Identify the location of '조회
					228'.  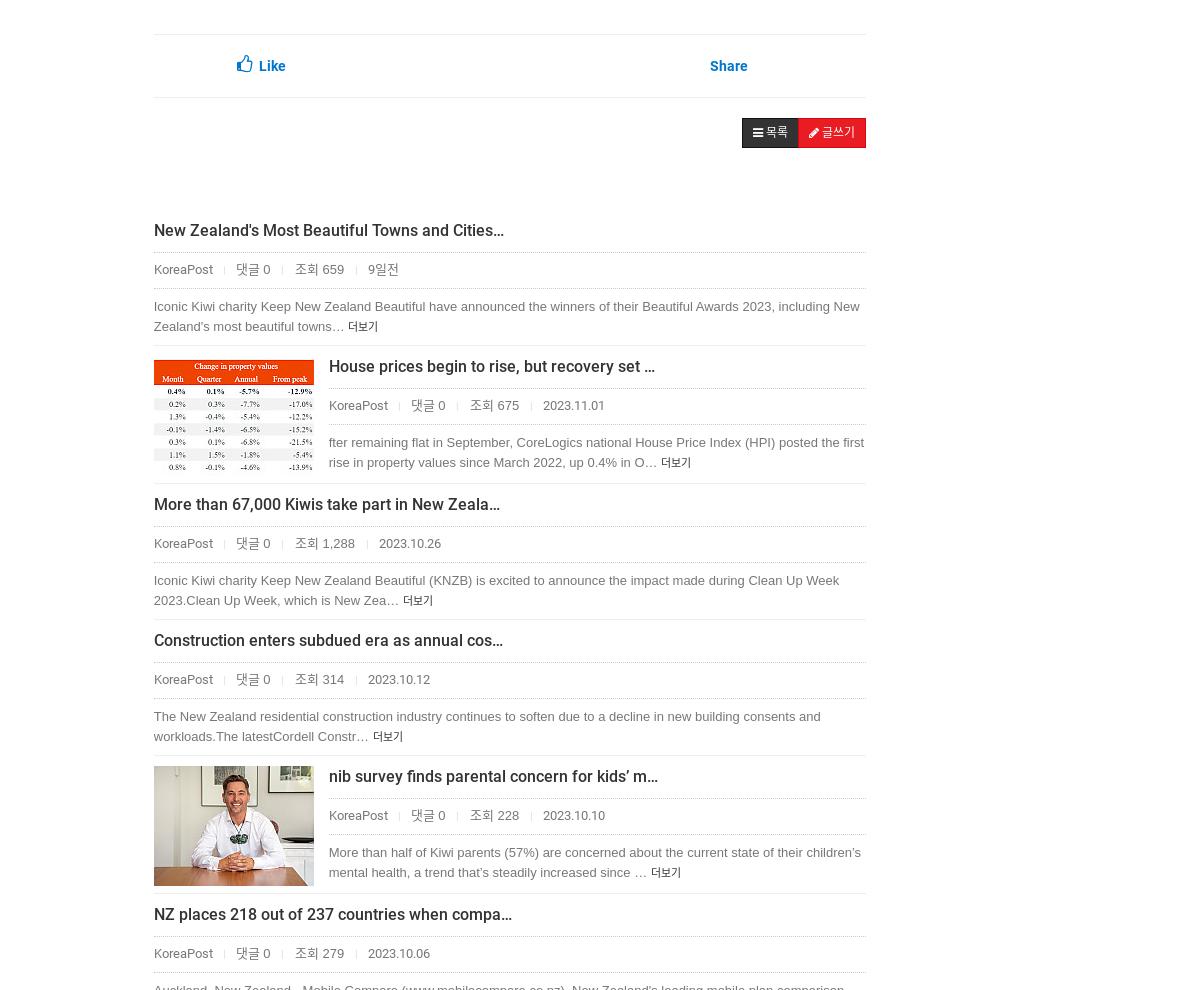
(493, 814).